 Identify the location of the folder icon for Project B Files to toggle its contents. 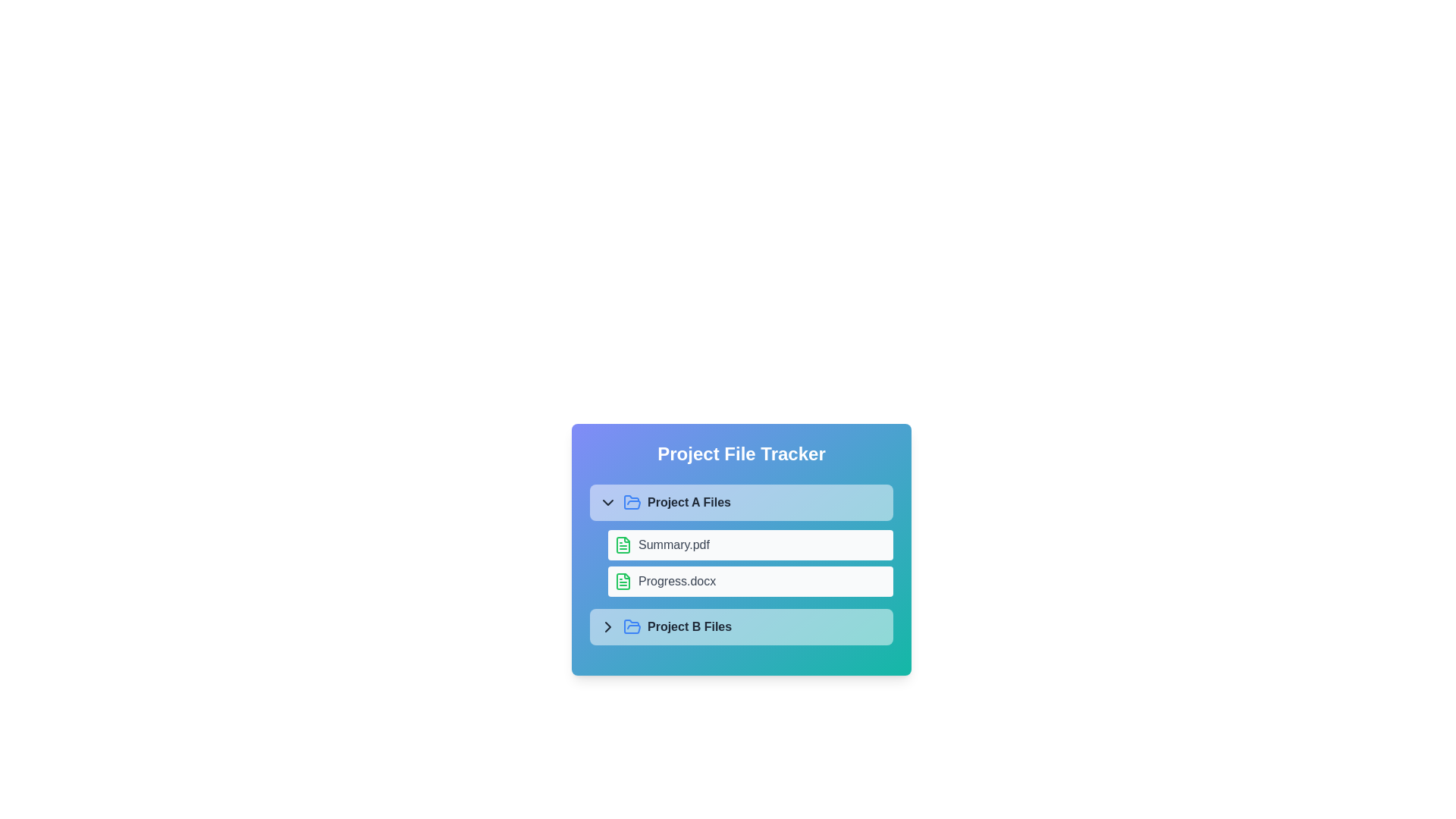
(632, 626).